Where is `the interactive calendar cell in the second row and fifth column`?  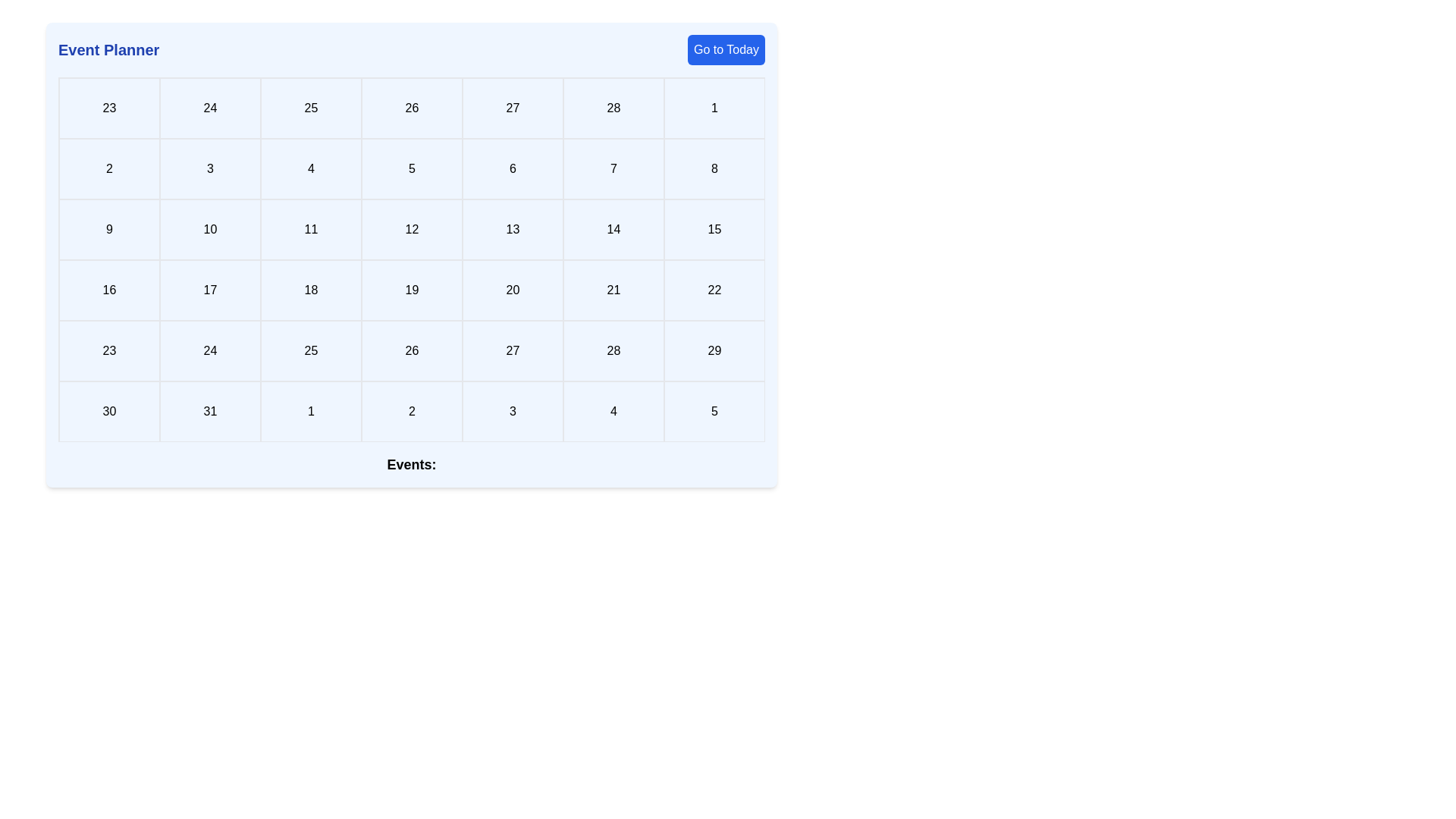
the interactive calendar cell in the second row and fifth column is located at coordinates (412, 169).